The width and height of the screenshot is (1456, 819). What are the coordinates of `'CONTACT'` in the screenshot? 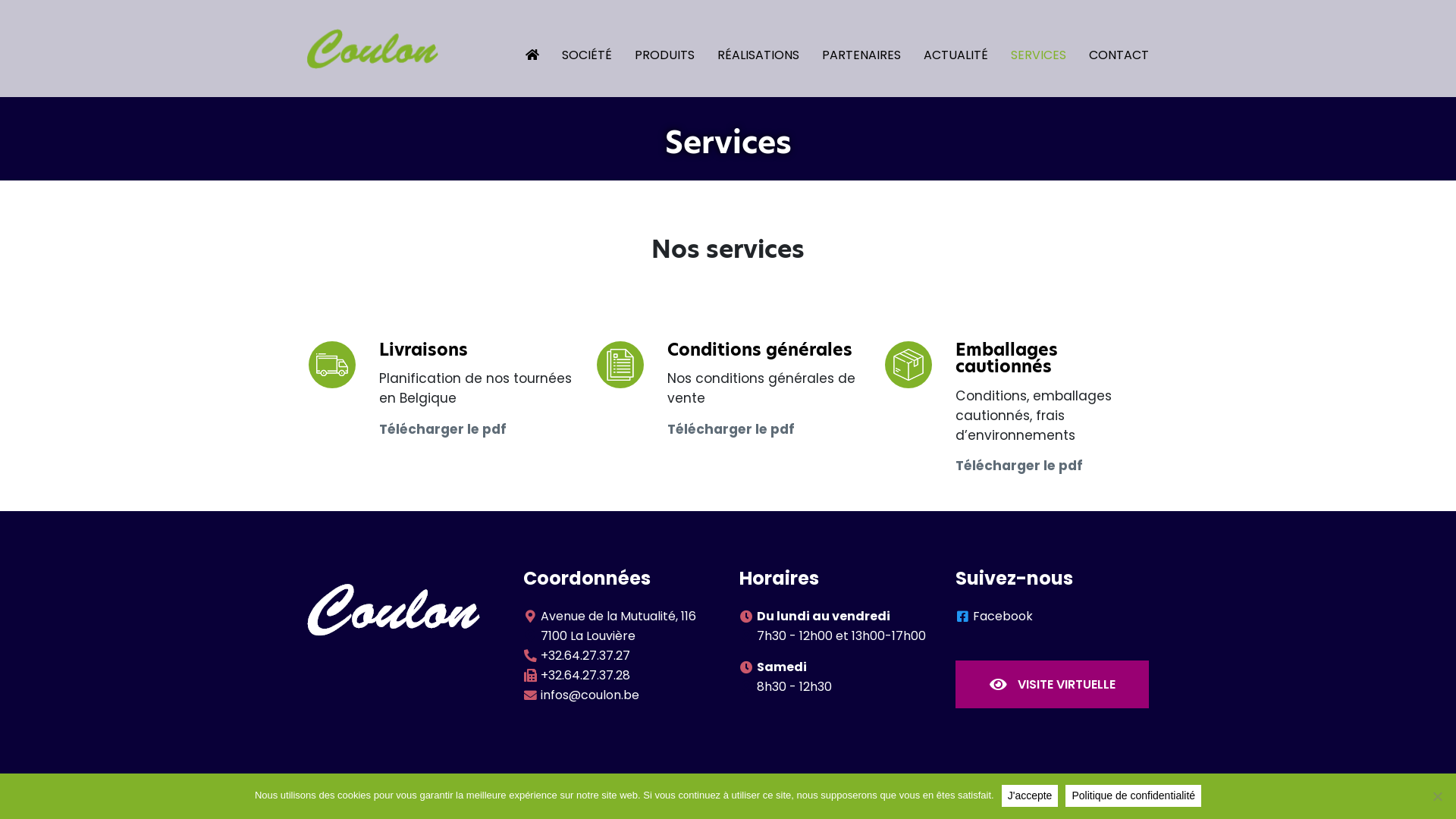 It's located at (1107, 47).